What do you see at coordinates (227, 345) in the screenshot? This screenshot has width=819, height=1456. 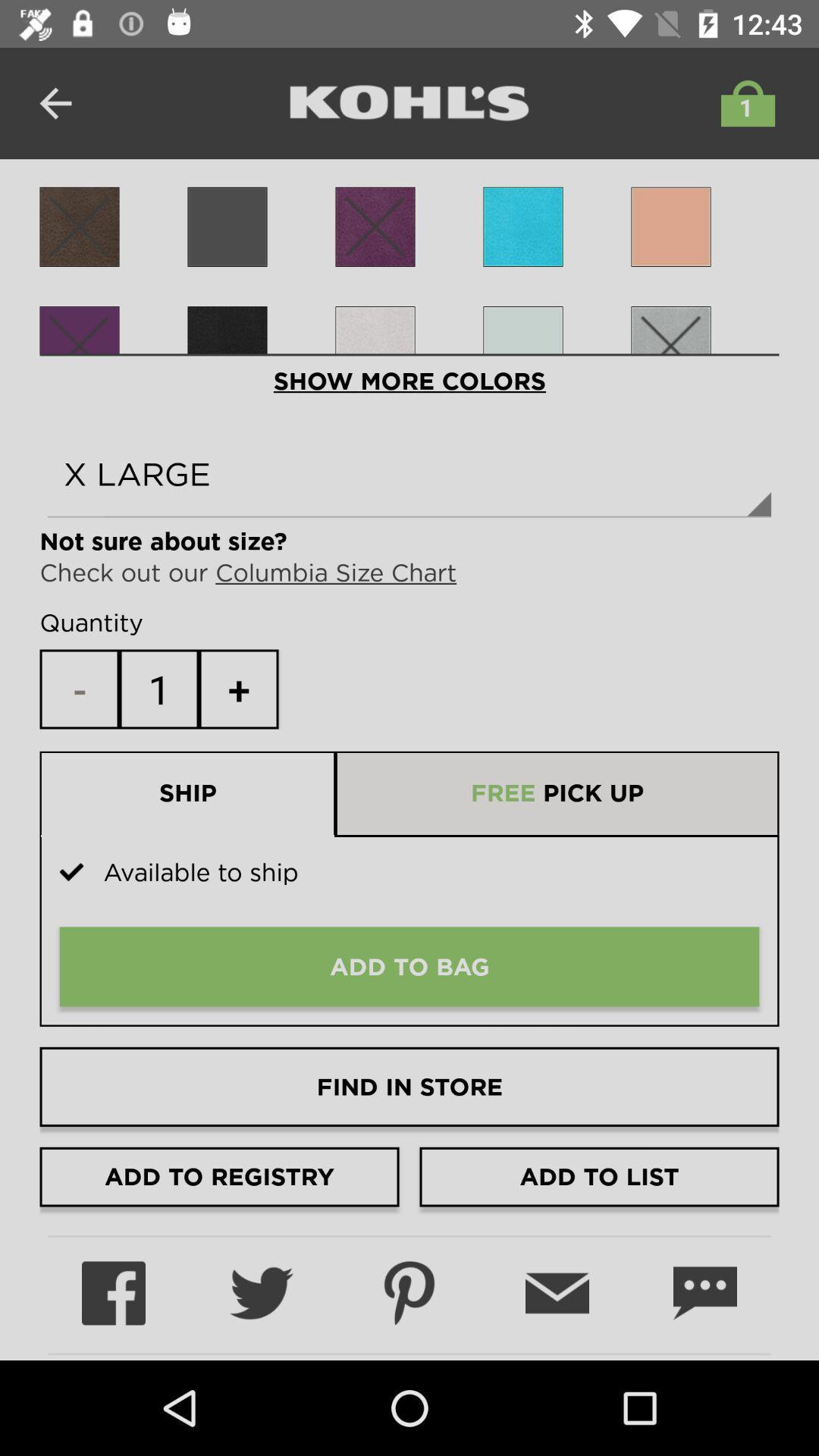 I see `the close icon` at bounding box center [227, 345].